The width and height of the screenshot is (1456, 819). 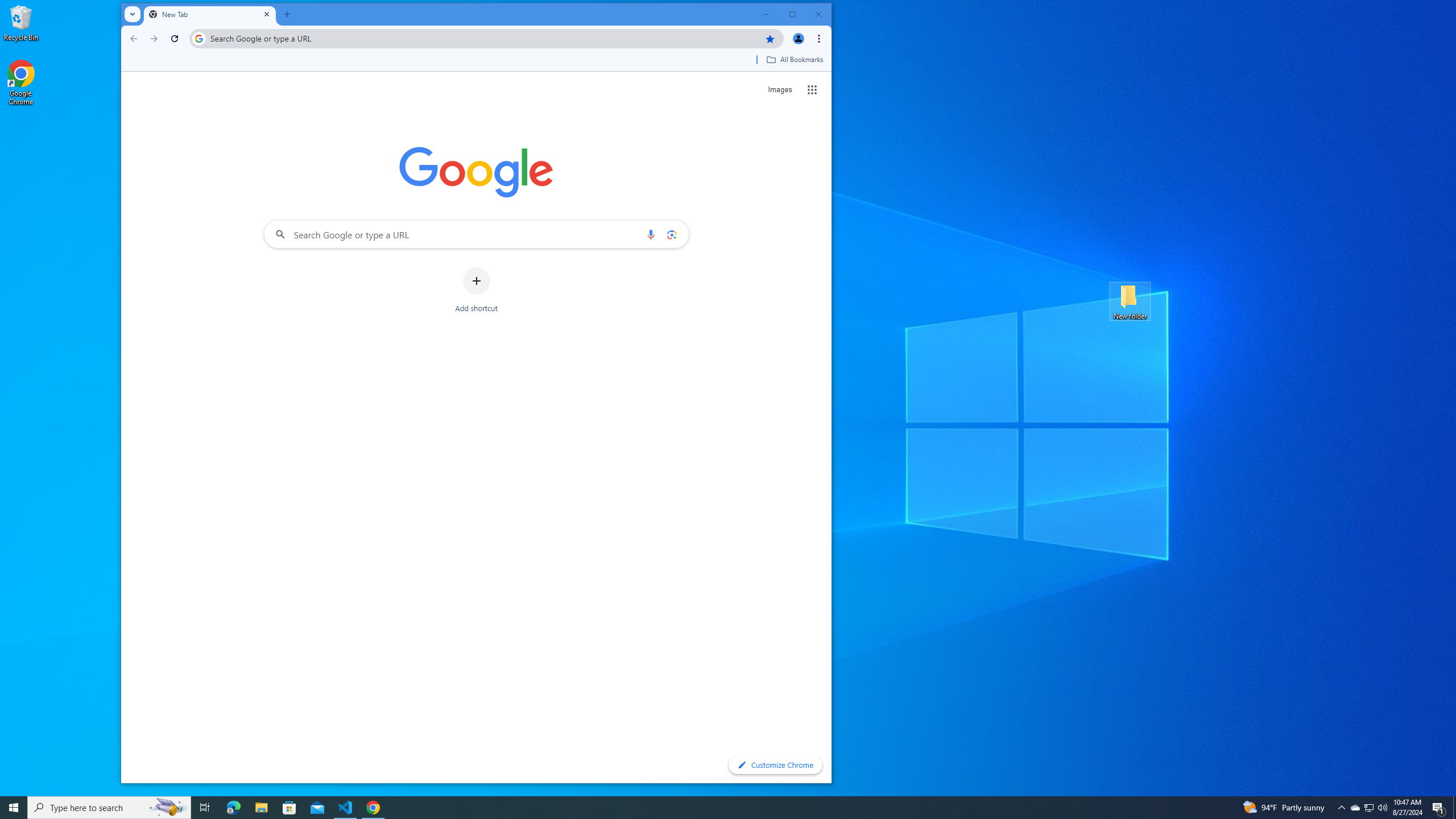 What do you see at coordinates (1130, 300) in the screenshot?
I see `'New folder'` at bounding box center [1130, 300].